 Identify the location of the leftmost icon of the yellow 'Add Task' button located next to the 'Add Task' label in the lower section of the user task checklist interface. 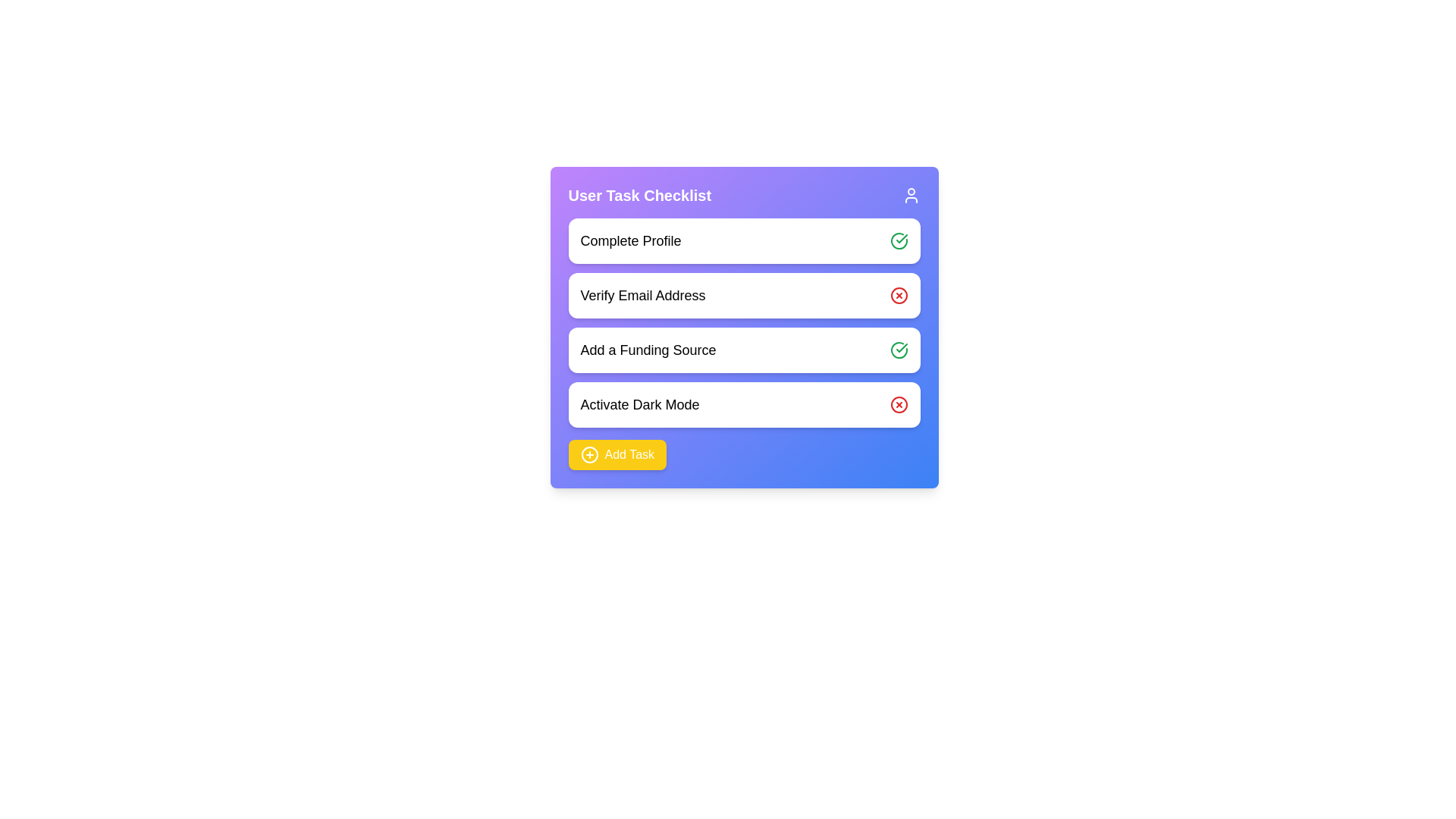
(588, 454).